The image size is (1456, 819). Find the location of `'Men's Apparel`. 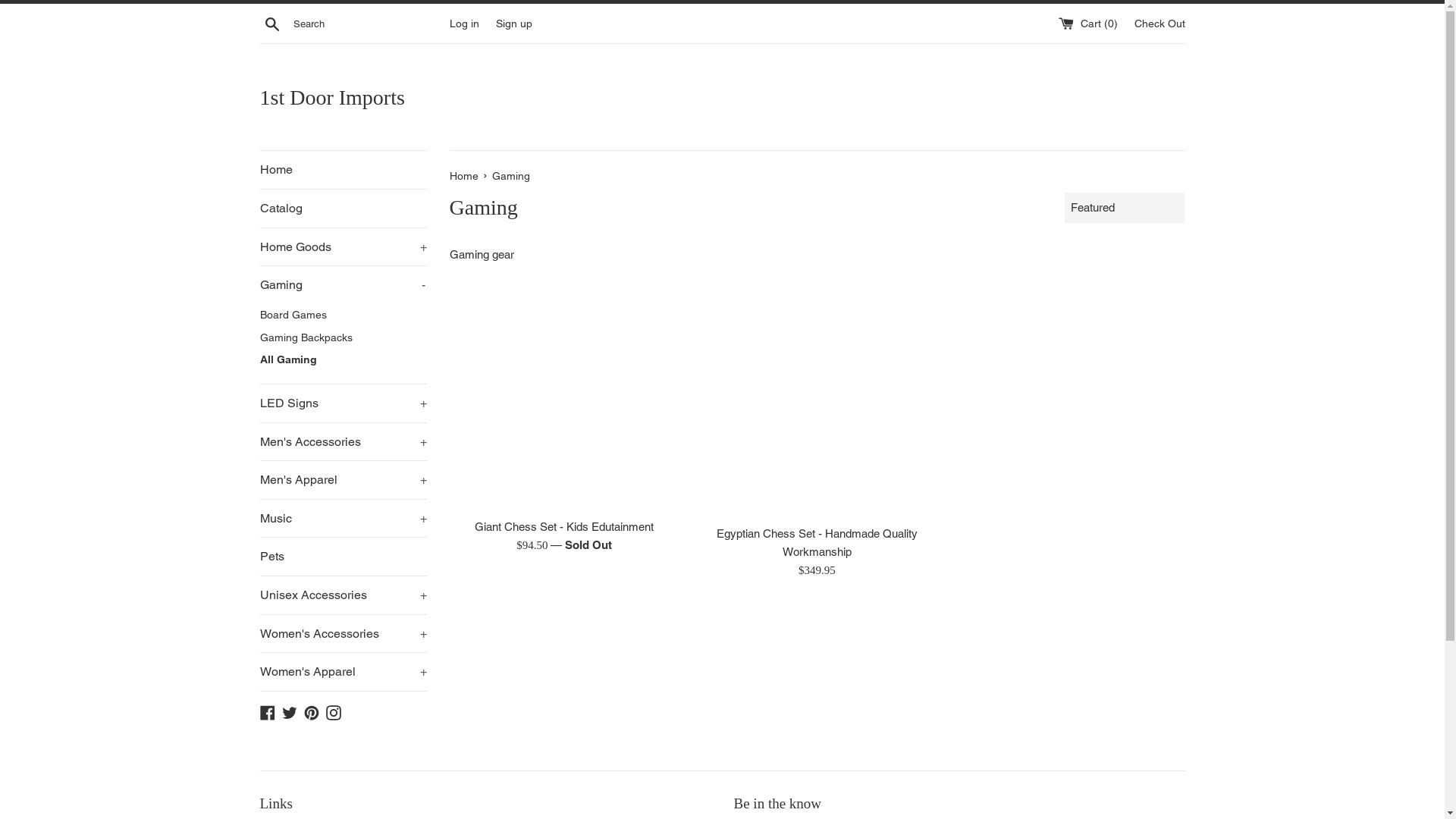

'Men's Apparel is located at coordinates (341, 479).